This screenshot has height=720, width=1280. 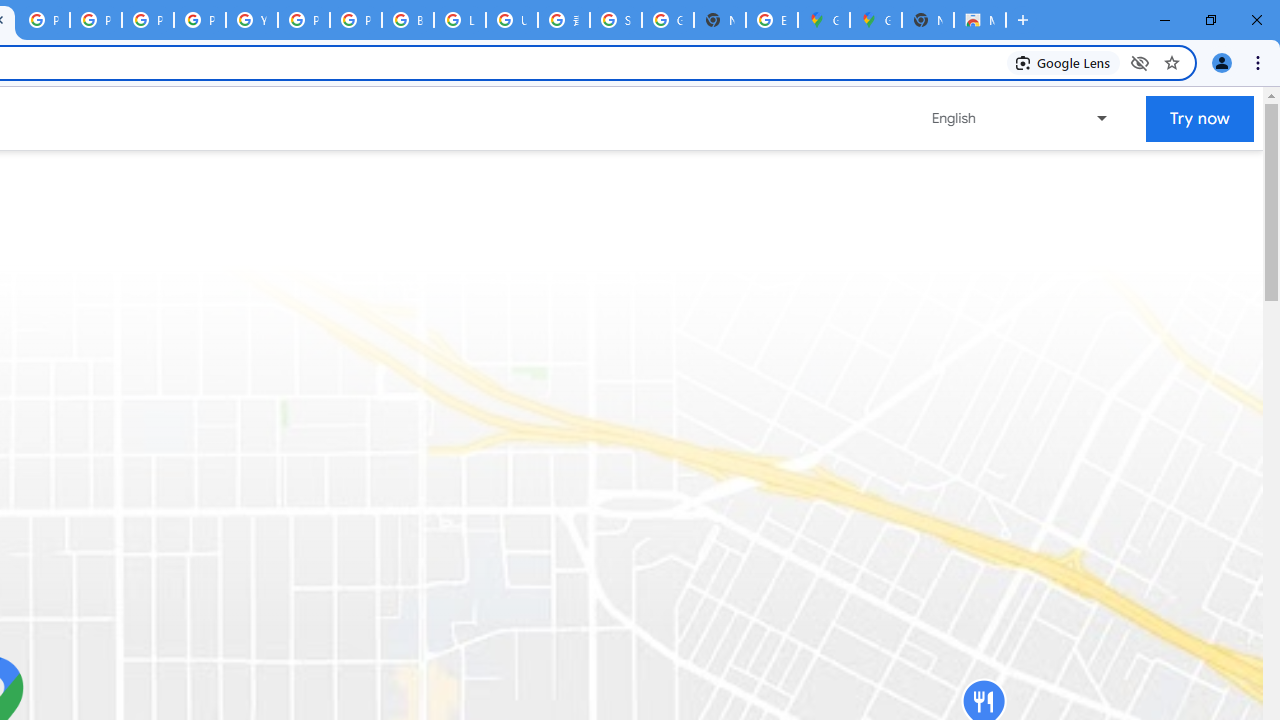 I want to click on 'Explore new street-level details - Google Maps Help', so click(x=770, y=20).